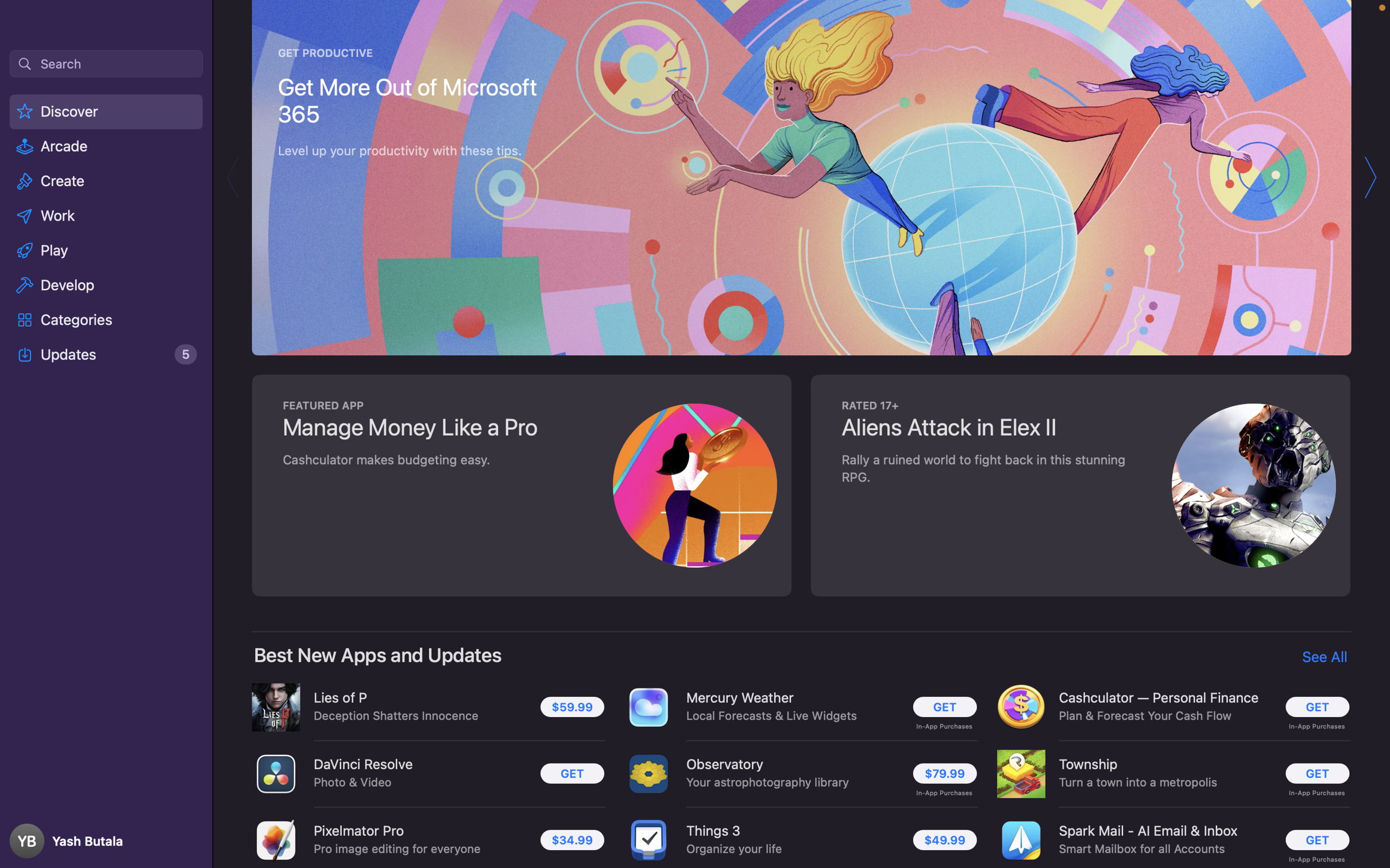 The image size is (1390, 868). Describe the element at coordinates (802, 434) in the screenshot. I see `Navigate 50 steps downward in the application menu using scroll` at that location.